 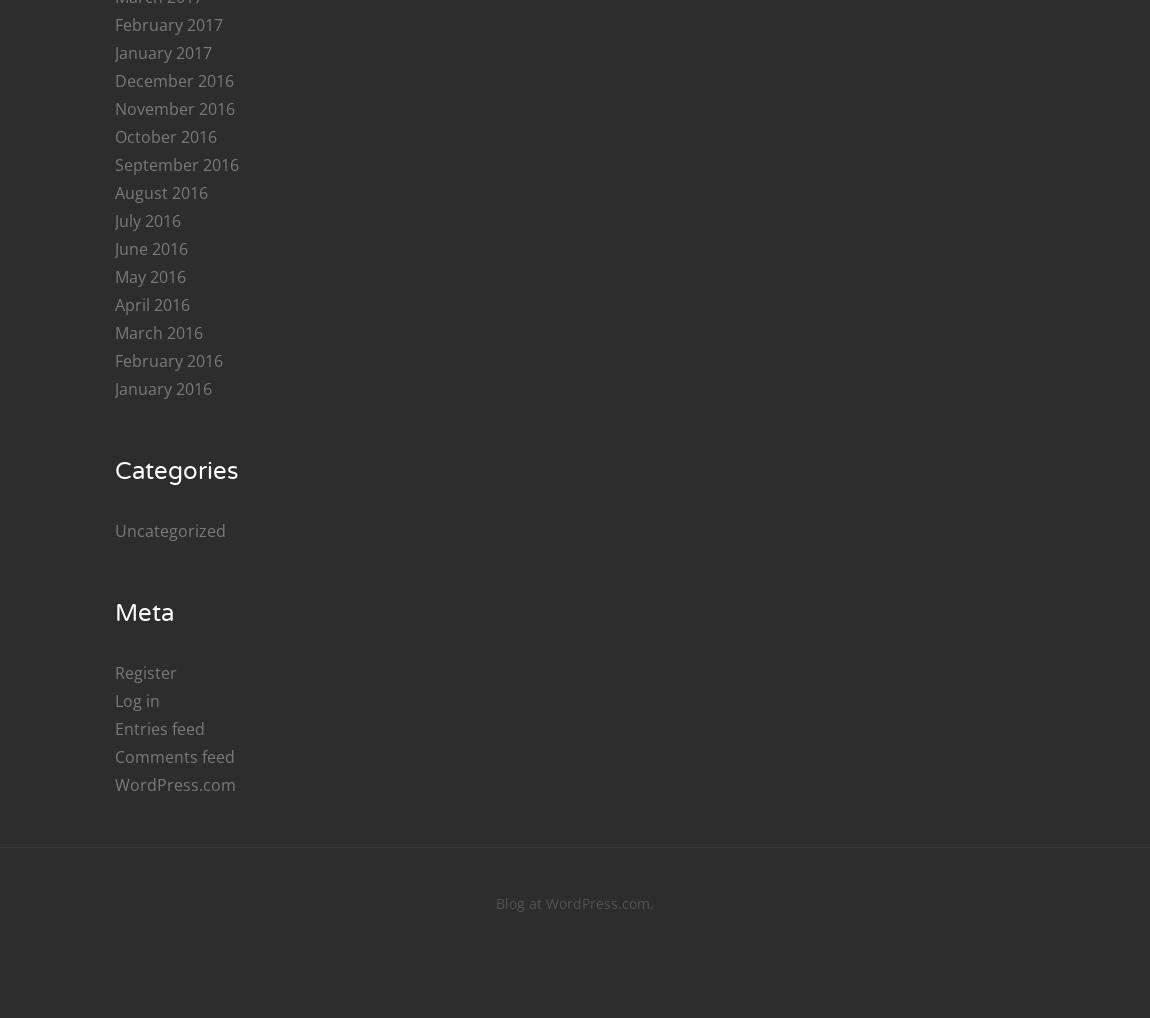 I want to click on 'January 2020', so click(x=162, y=201).